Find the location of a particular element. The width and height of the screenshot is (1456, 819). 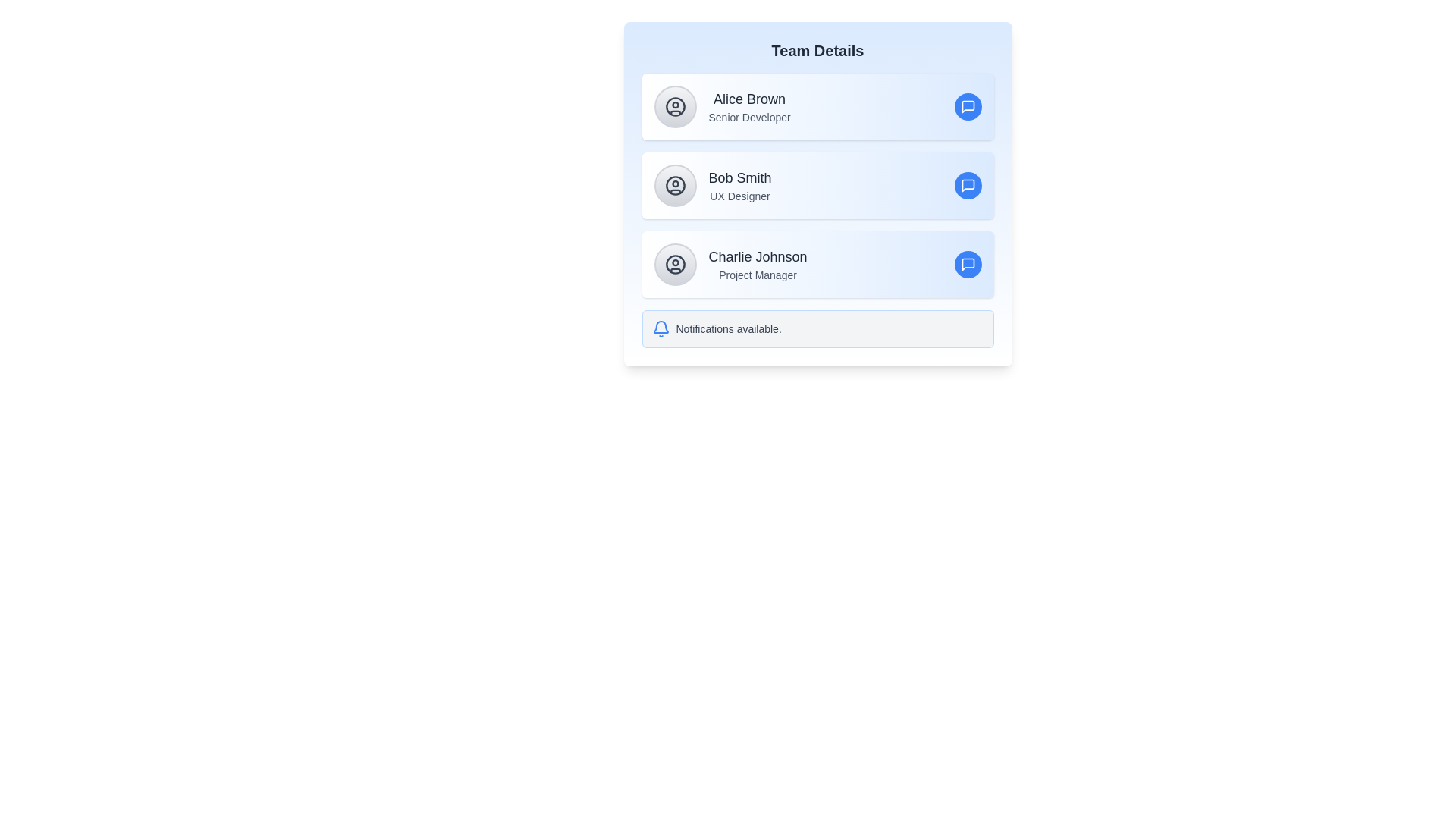

the Text label that indicates the role 'UX Designer' for 'Bob Smith' in the team details context is located at coordinates (739, 195).